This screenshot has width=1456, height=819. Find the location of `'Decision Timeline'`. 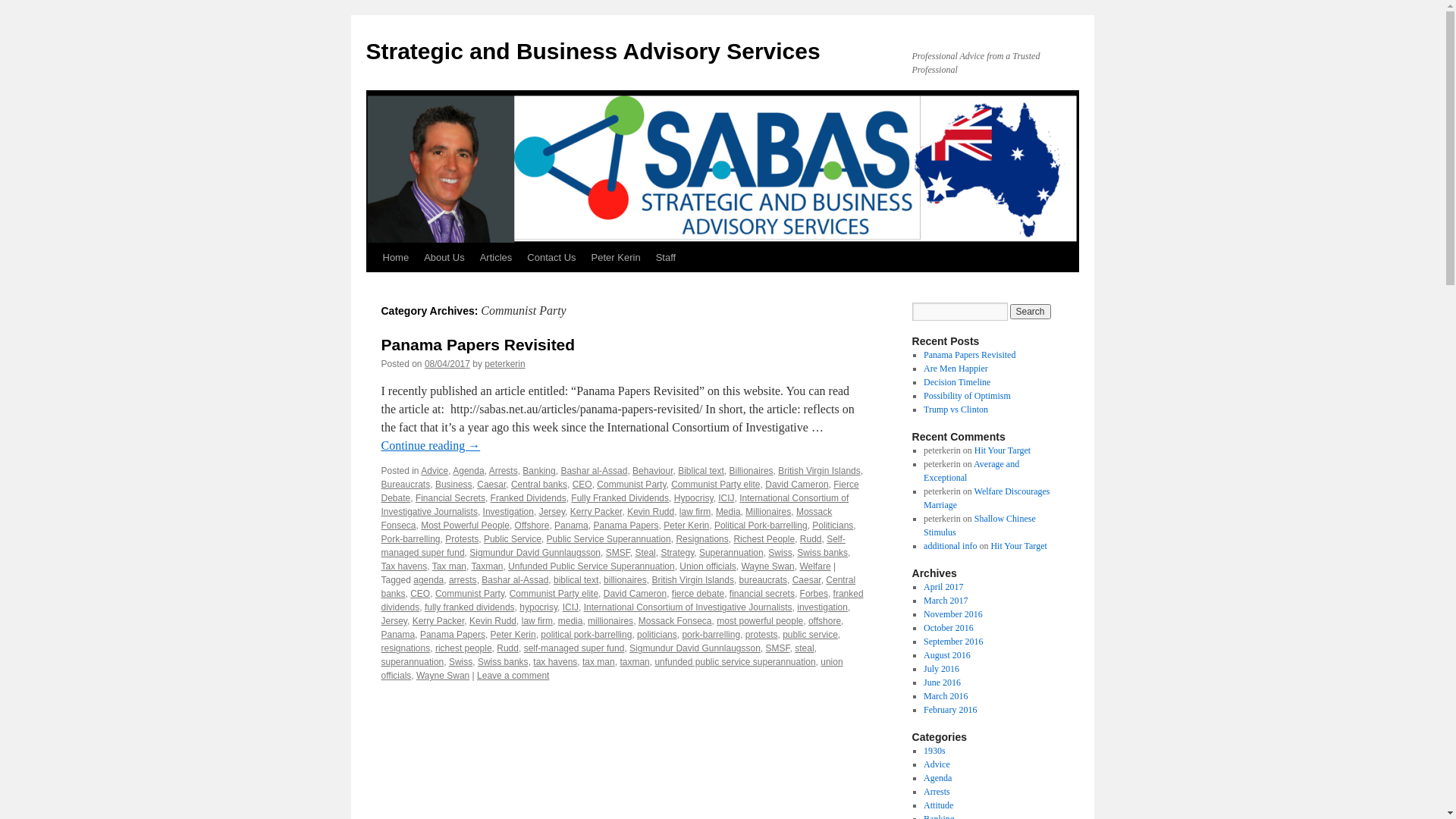

'Decision Timeline' is located at coordinates (956, 381).